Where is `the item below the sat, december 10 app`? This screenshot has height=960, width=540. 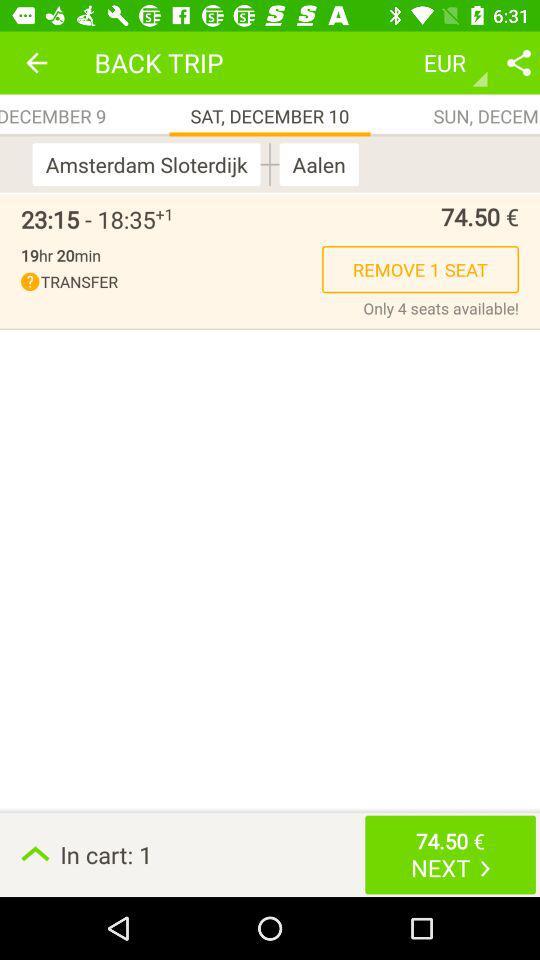
the item below the sat, december 10 app is located at coordinates (314, 163).